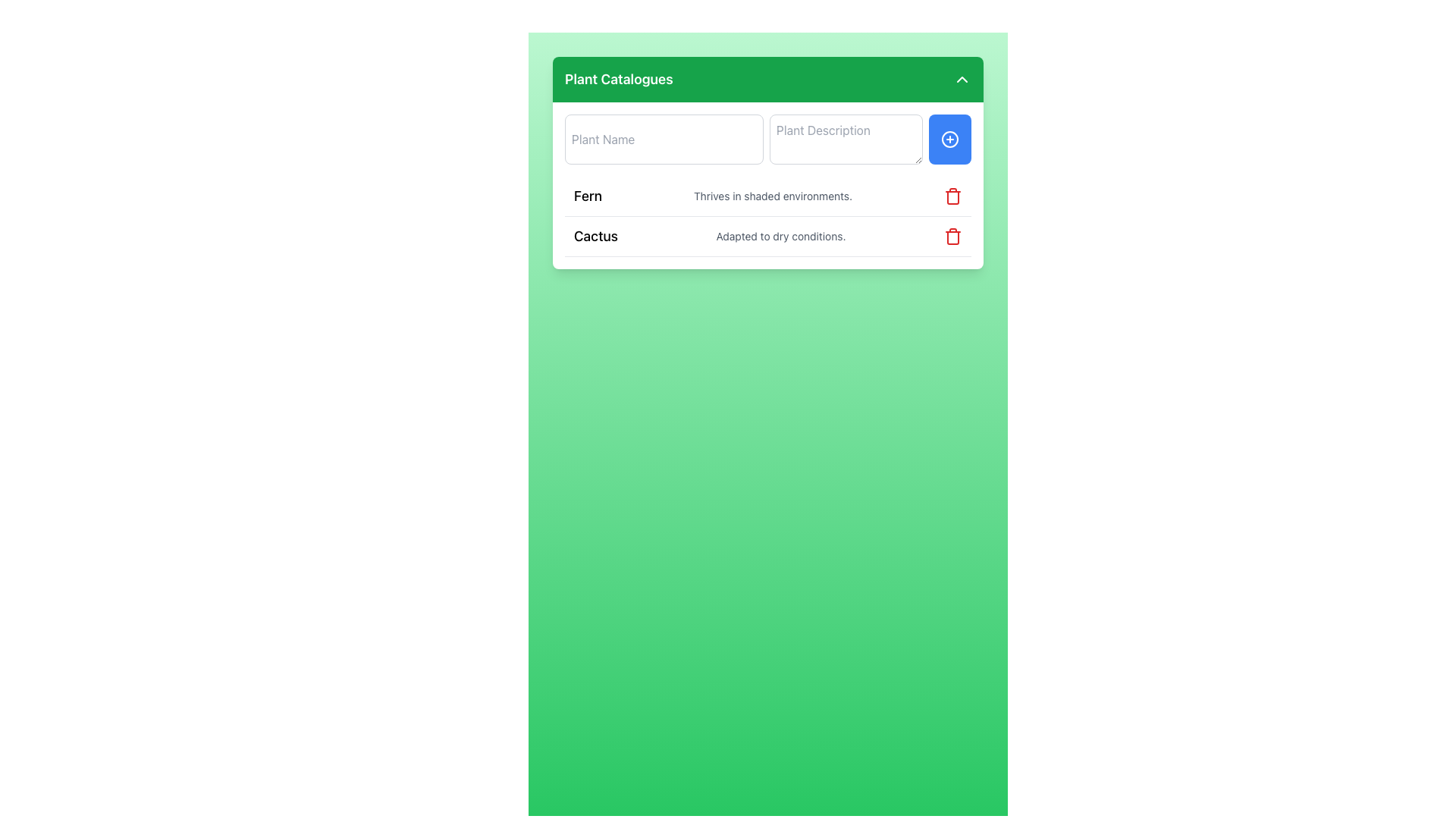  I want to click on the text phrase 'Adapted to dry conditions.' which is styled in a smaller gray font and positioned to the right of the title 'Cactus', so click(781, 237).